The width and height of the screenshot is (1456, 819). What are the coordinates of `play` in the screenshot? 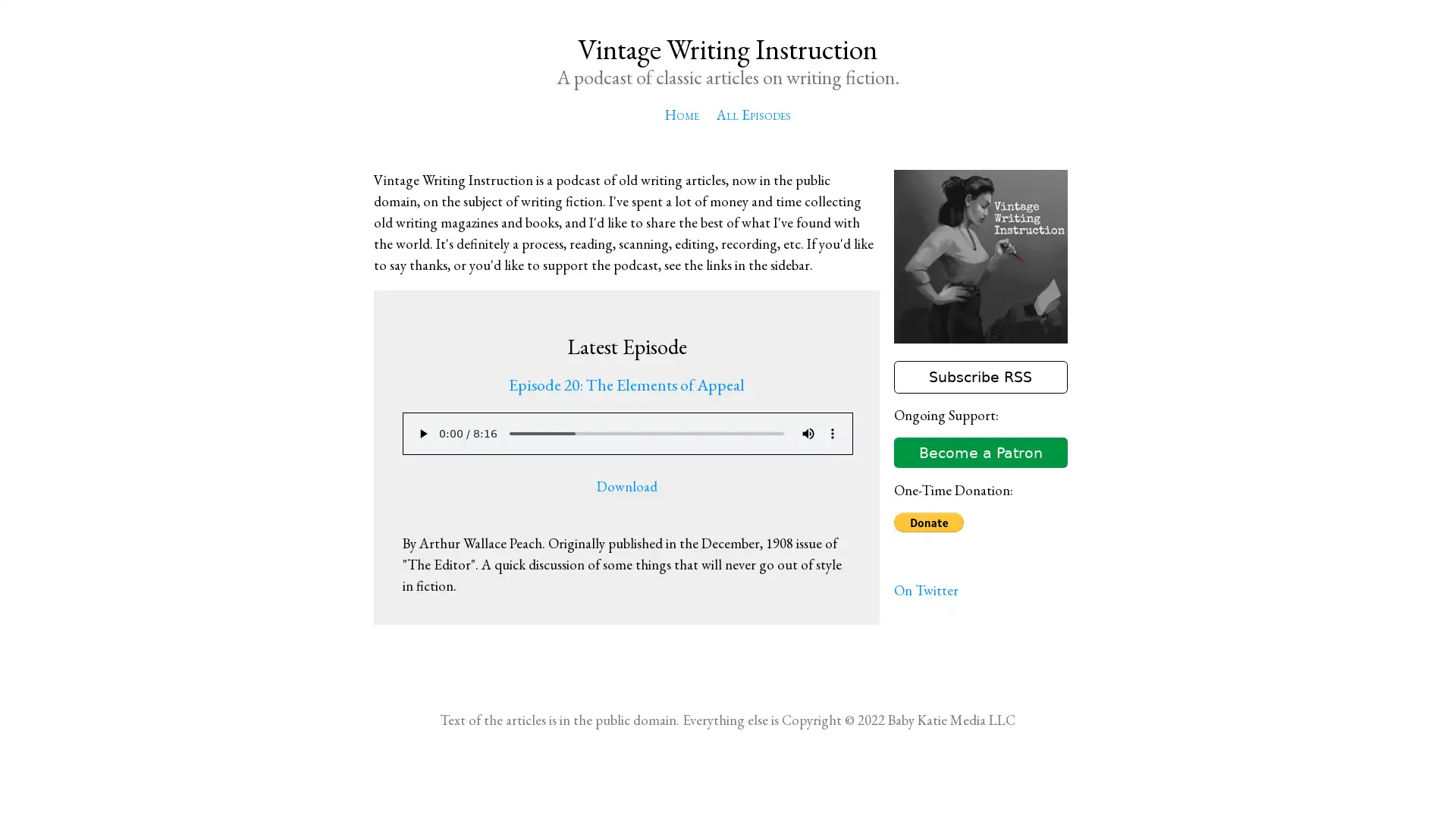 It's located at (422, 433).